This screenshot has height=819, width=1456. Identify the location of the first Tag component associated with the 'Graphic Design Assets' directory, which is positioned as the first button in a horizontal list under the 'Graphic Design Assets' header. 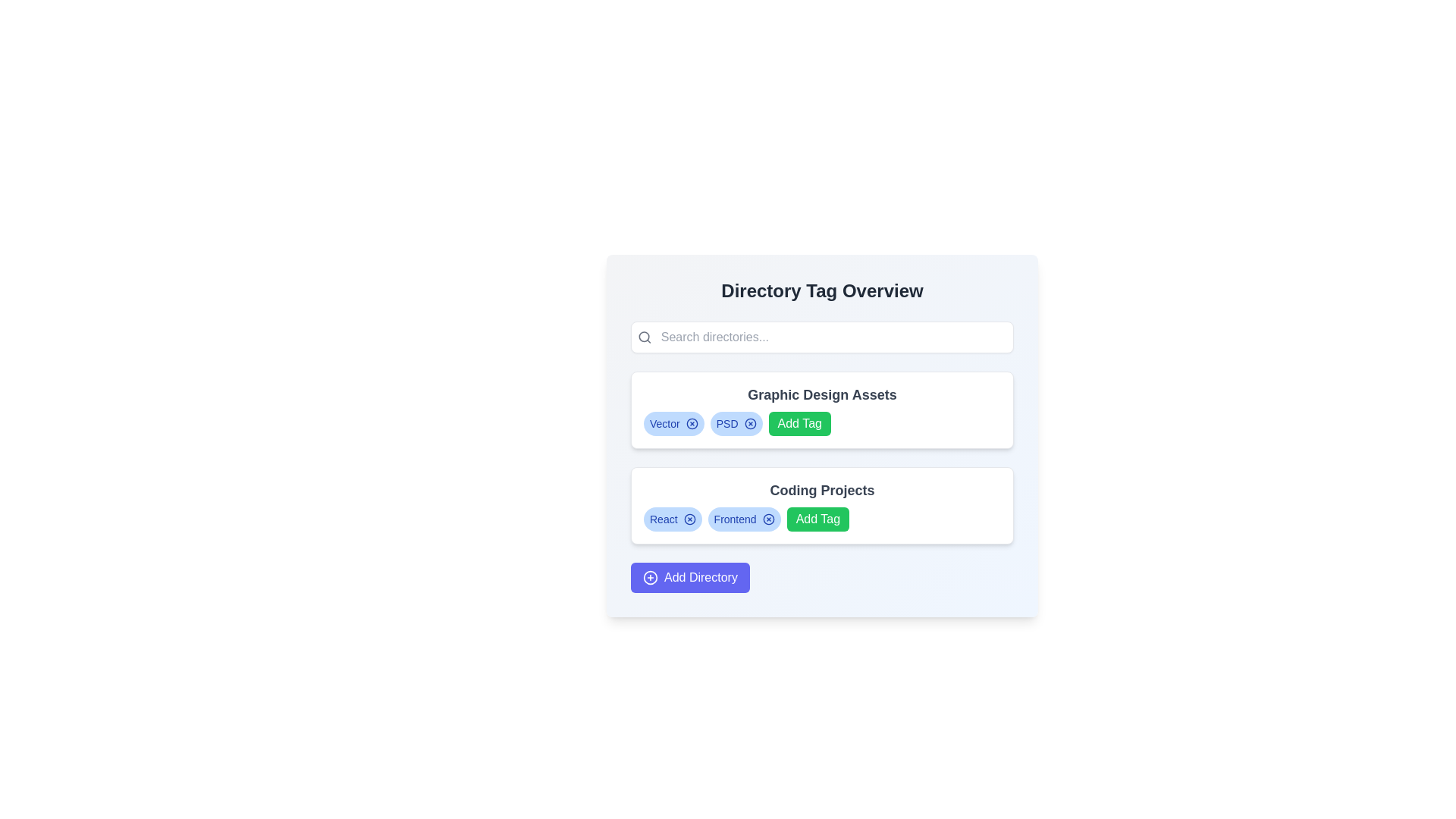
(673, 424).